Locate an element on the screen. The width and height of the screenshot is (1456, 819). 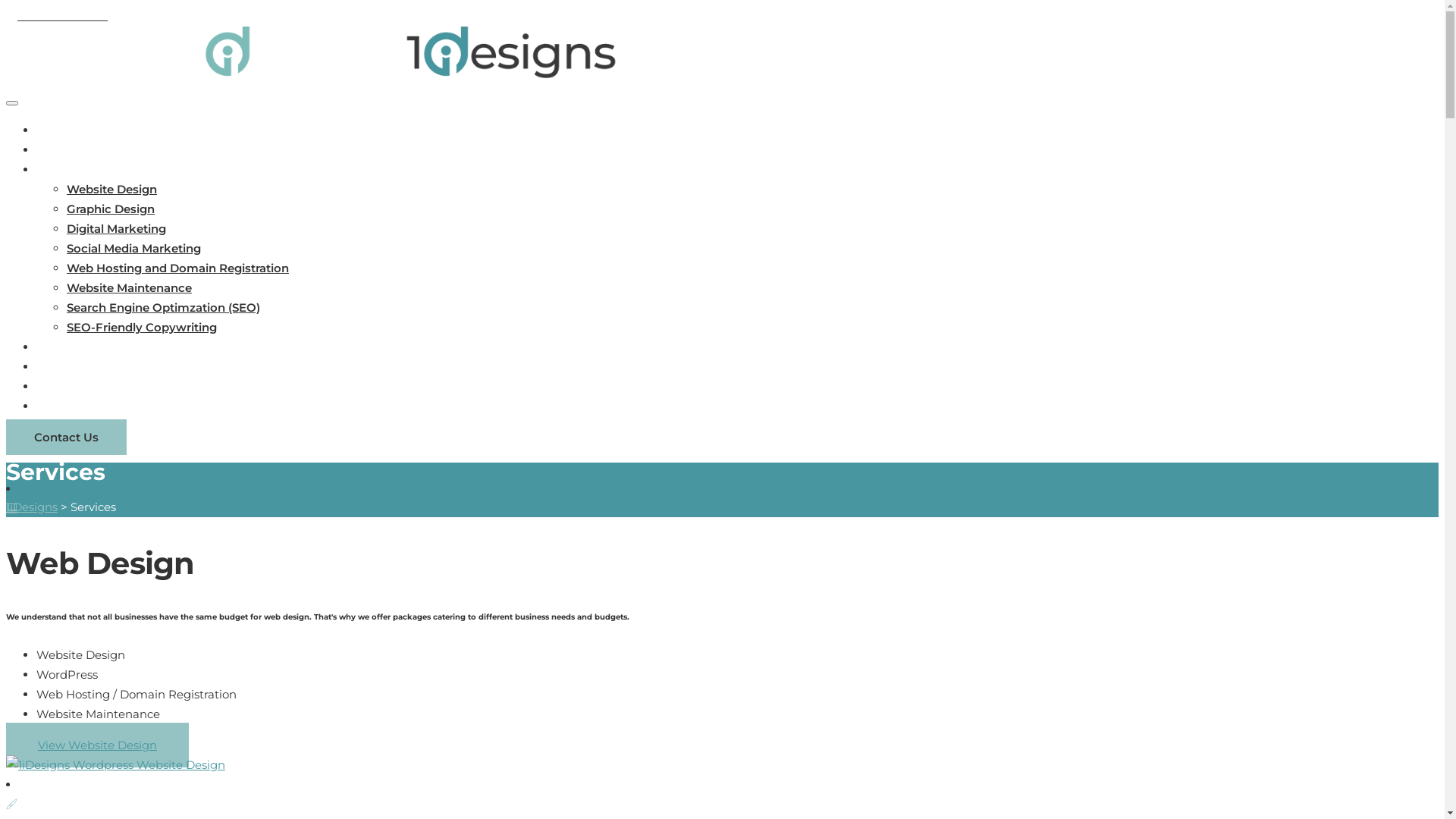
'Contact Us' is located at coordinates (67, 405).